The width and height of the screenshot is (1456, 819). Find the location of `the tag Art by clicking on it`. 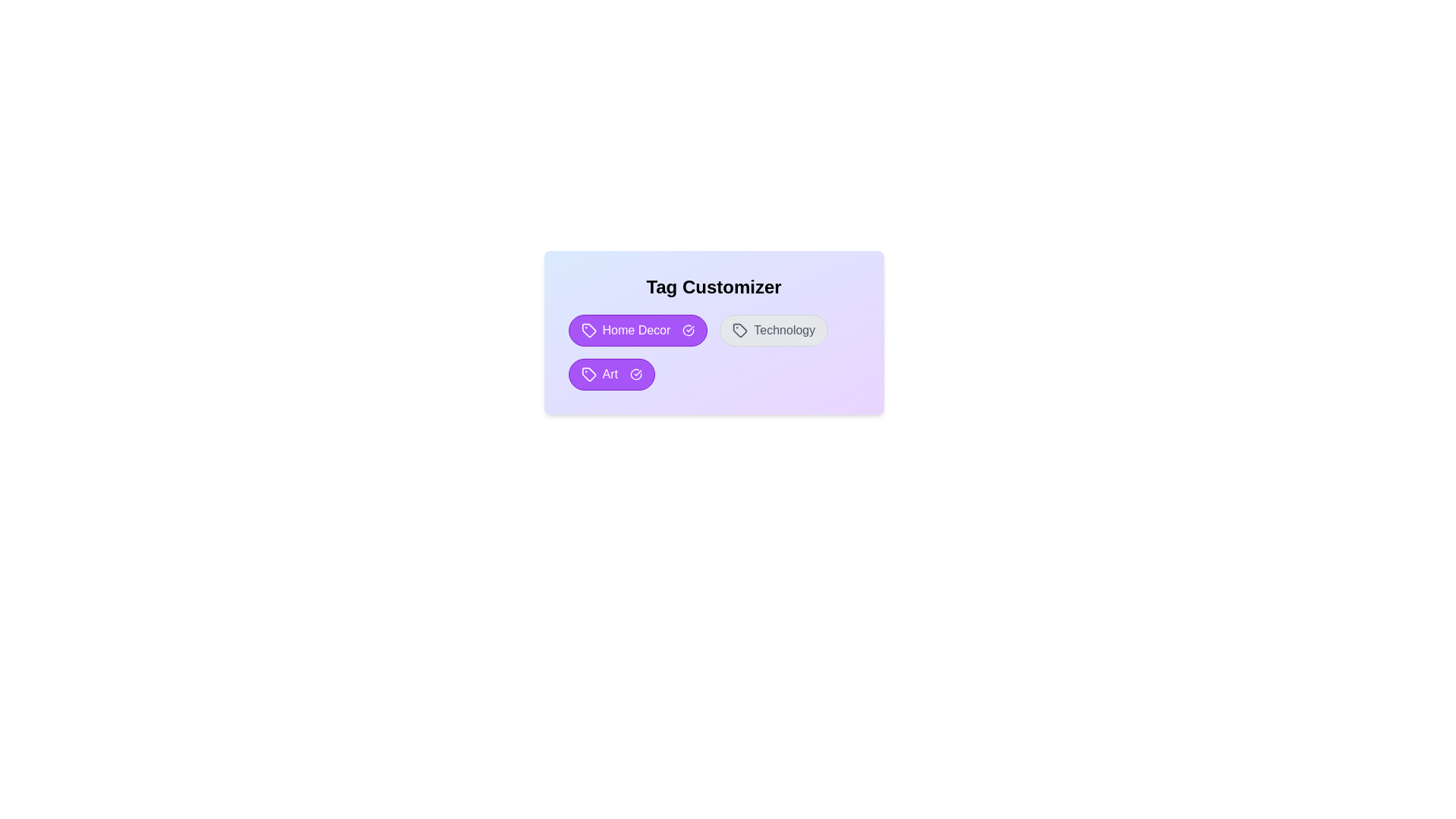

the tag Art by clicking on it is located at coordinates (611, 374).